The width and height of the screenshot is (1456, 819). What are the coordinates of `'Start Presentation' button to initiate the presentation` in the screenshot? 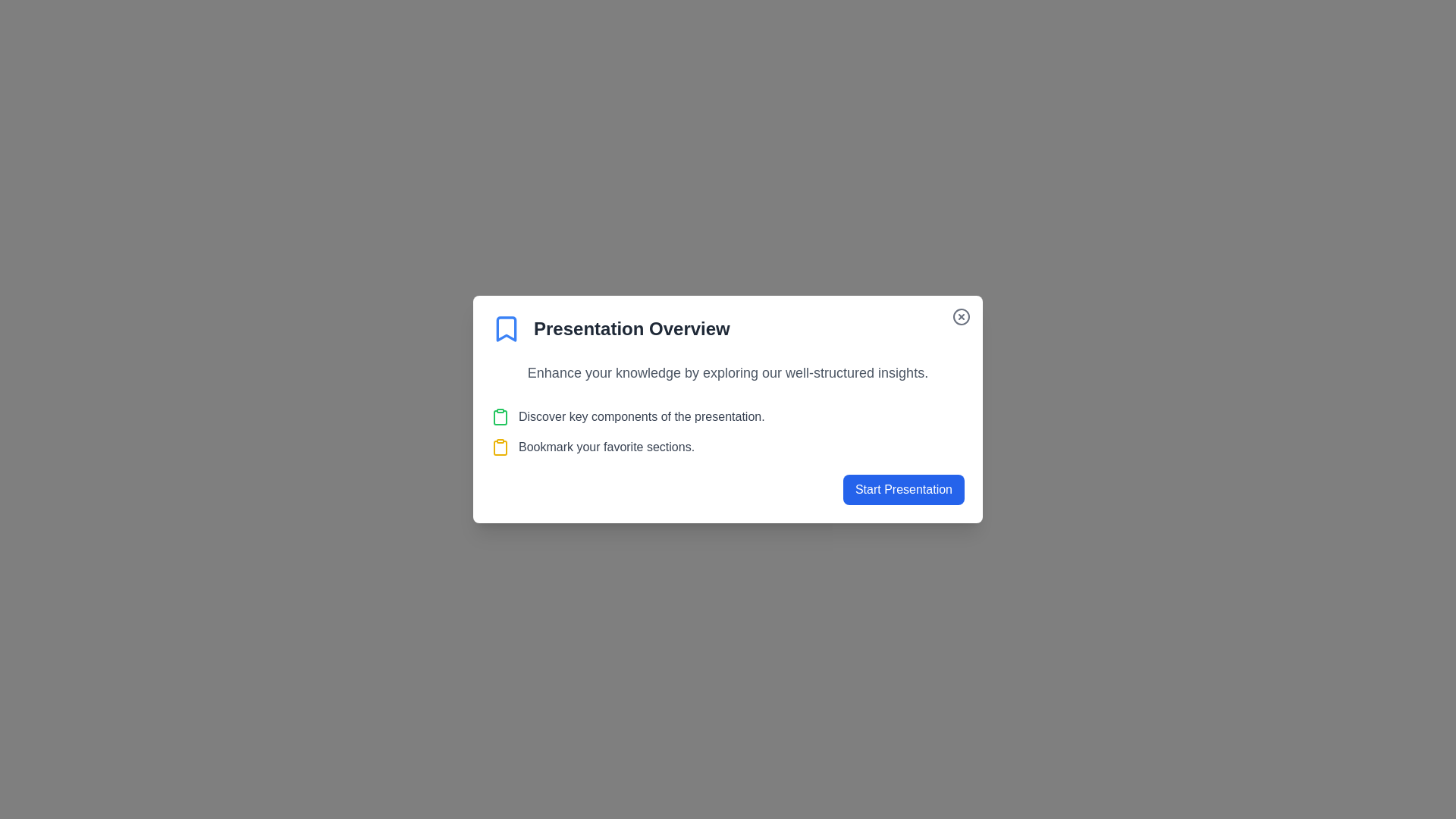 It's located at (903, 489).